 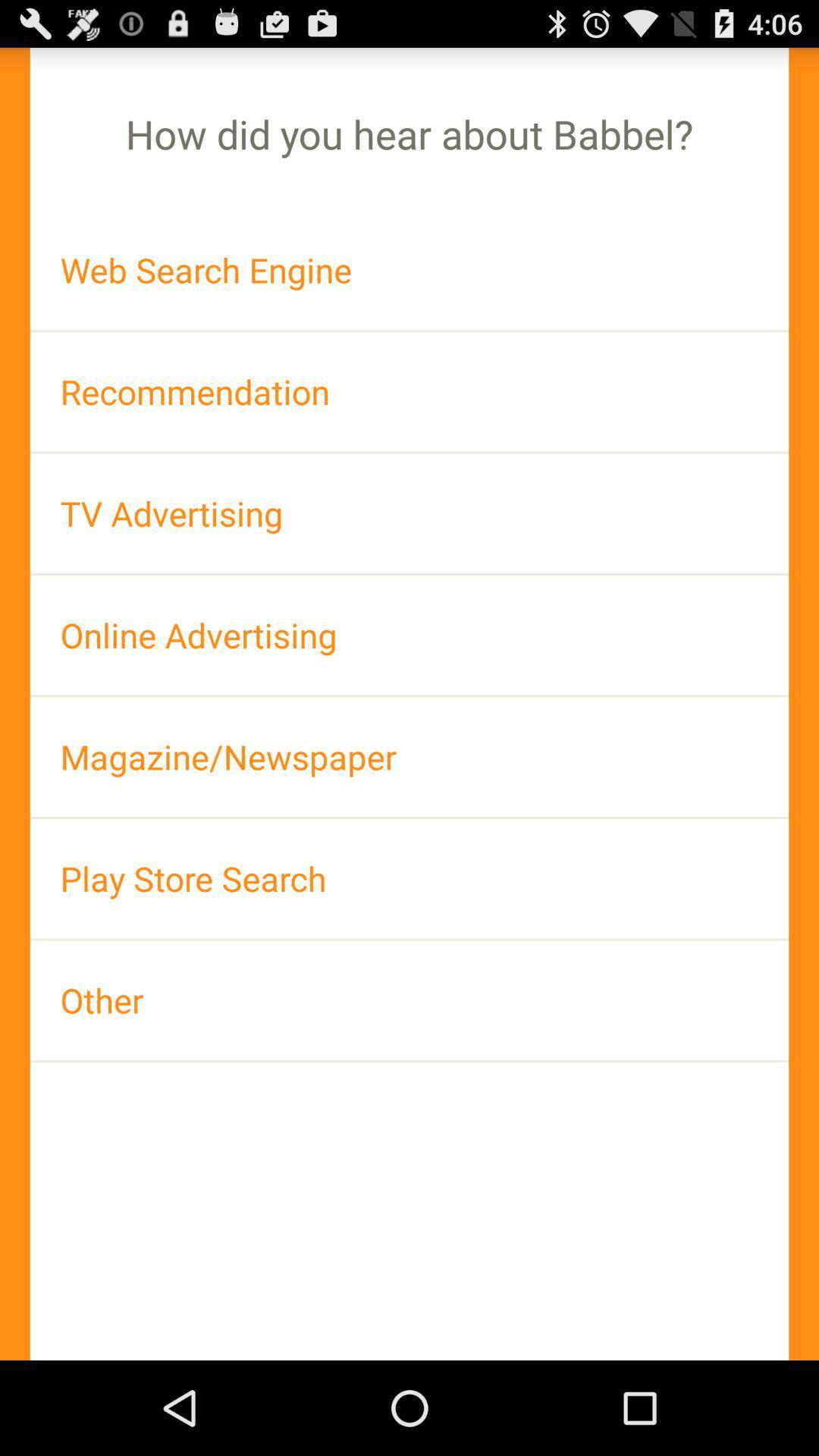 What do you see at coordinates (409, 1000) in the screenshot?
I see `other app` at bounding box center [409, 1000].